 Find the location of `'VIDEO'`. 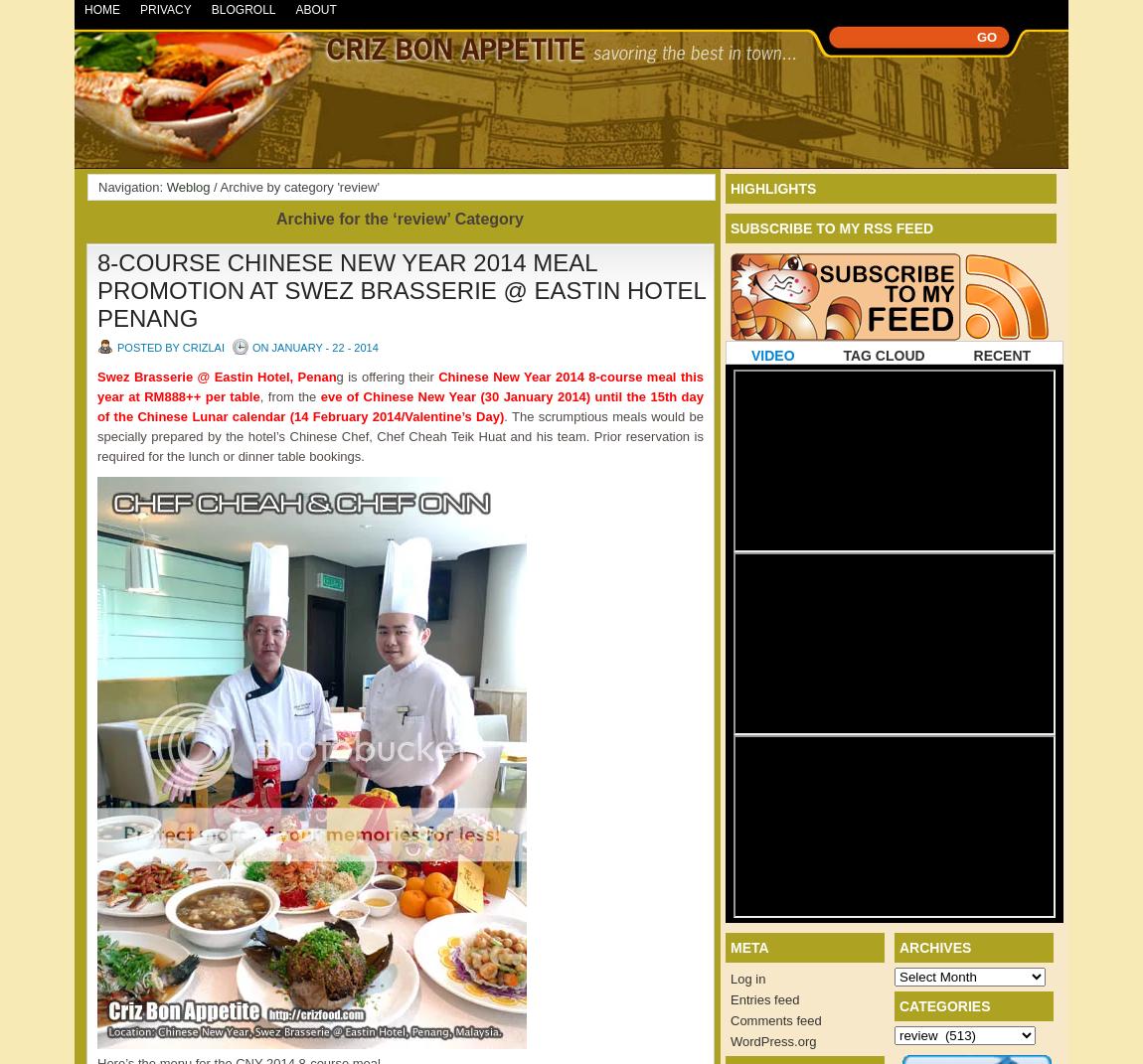

'VIDEO' is located at coordinates (771, 355).